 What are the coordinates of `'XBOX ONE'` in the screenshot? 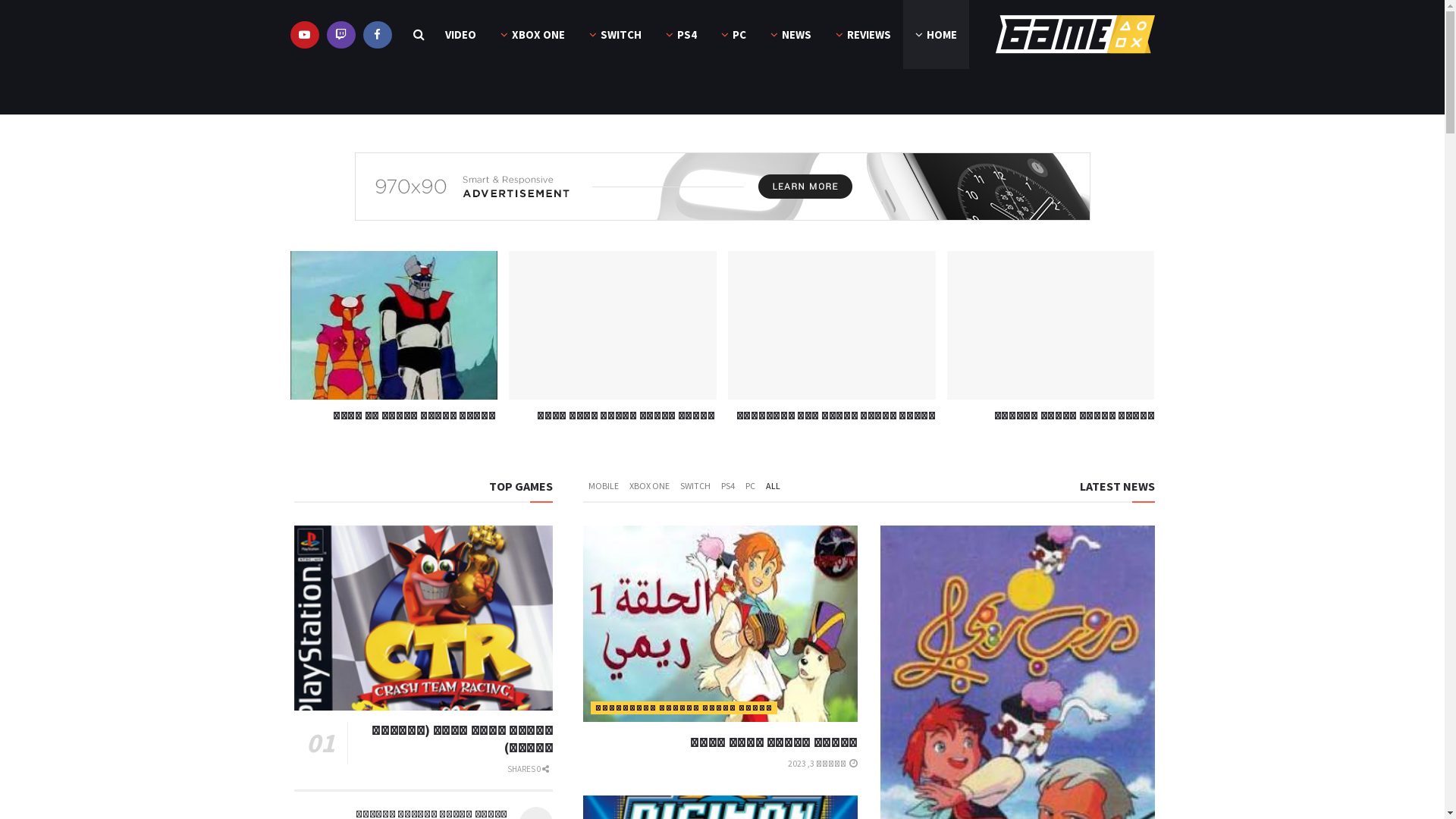 It's located at (649, 485).